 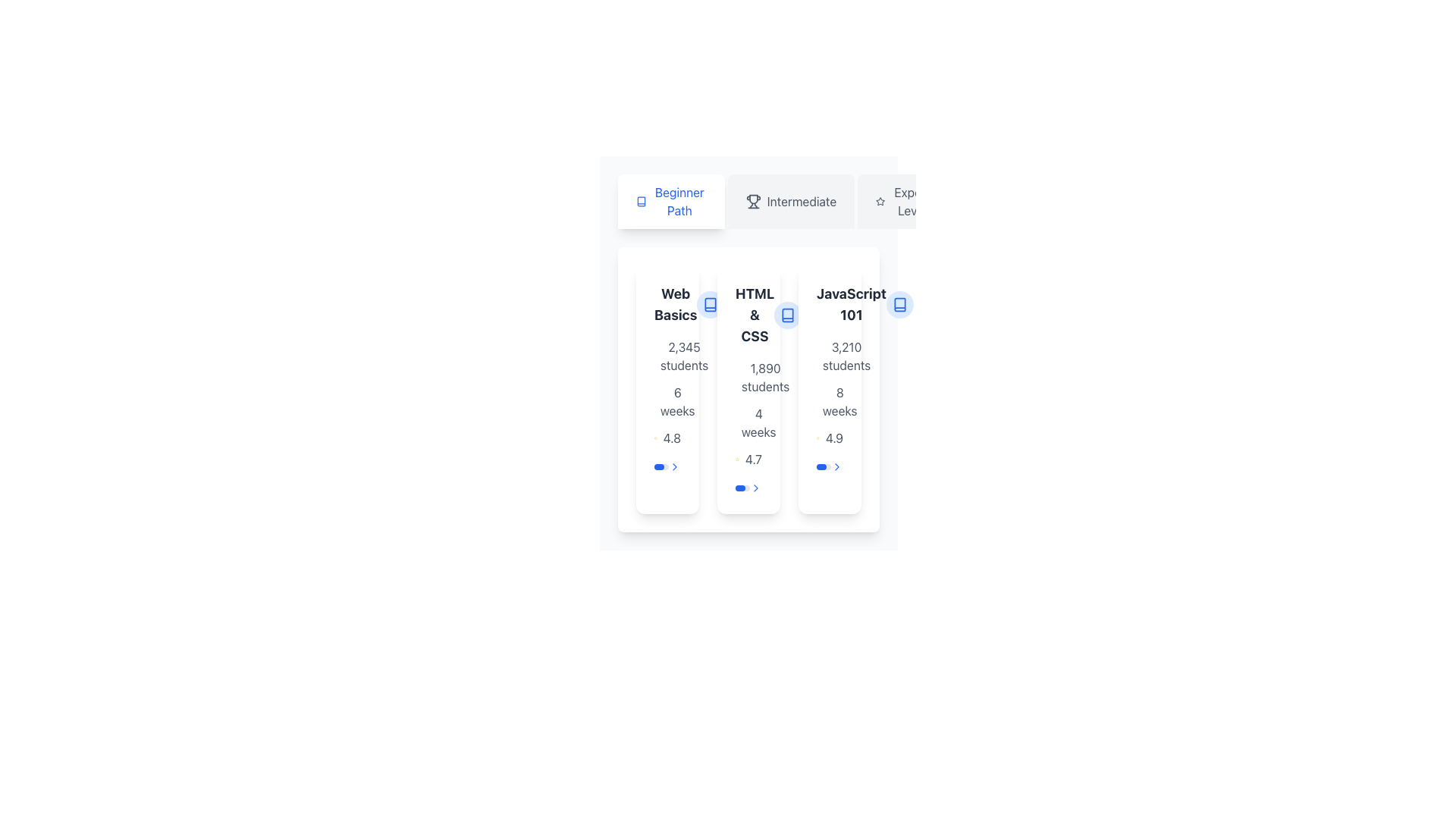 I want to click on the circular icon with a light blue background and a blue book graphic located at the top right of the 'HTML & CSS' card, so click(x=788, y=315).